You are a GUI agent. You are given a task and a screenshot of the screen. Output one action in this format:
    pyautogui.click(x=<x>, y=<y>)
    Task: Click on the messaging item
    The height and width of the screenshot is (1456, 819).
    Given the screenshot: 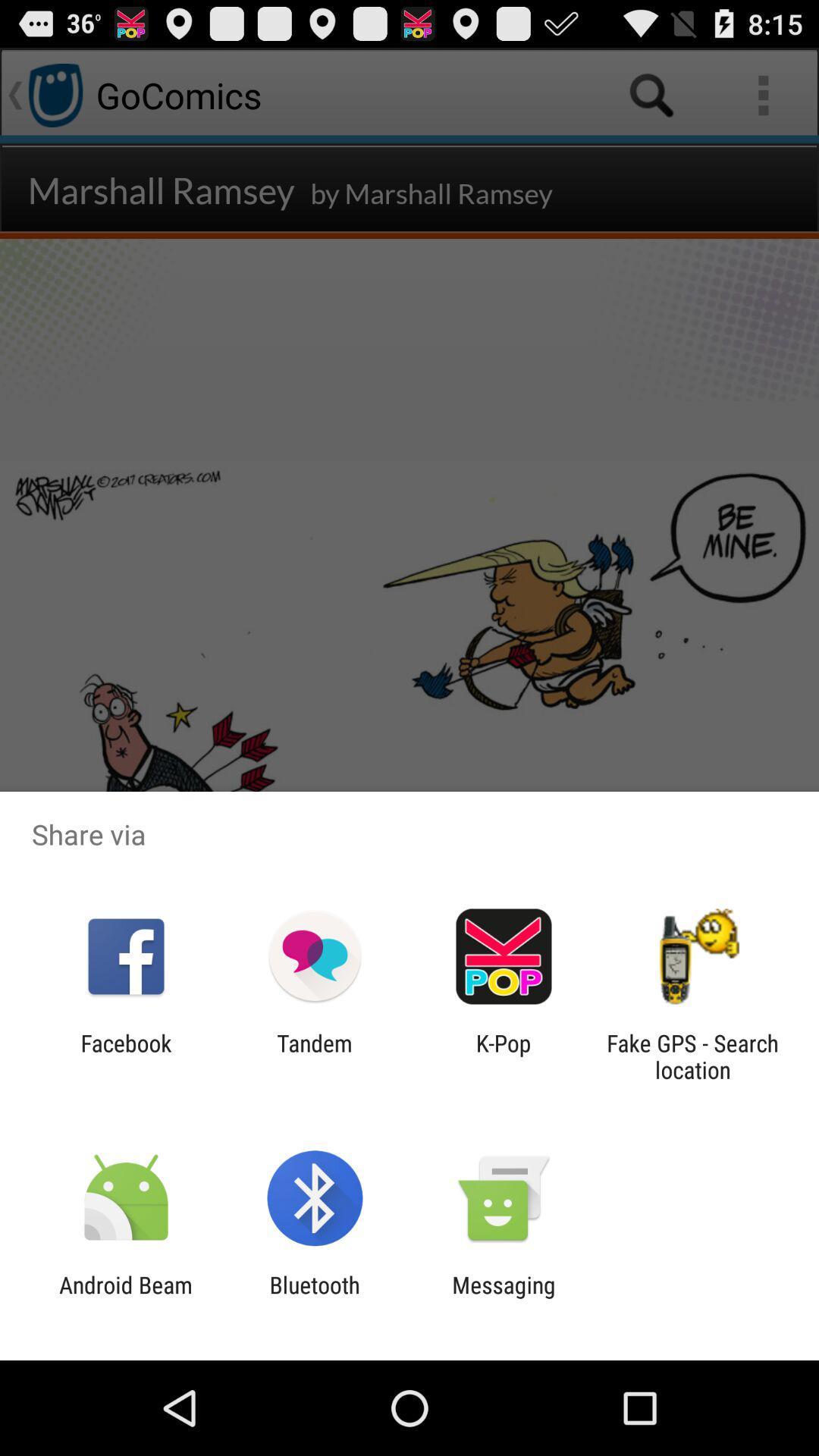 What is the action you would take?
    pyautogui.click(x=504, y=1298)
    